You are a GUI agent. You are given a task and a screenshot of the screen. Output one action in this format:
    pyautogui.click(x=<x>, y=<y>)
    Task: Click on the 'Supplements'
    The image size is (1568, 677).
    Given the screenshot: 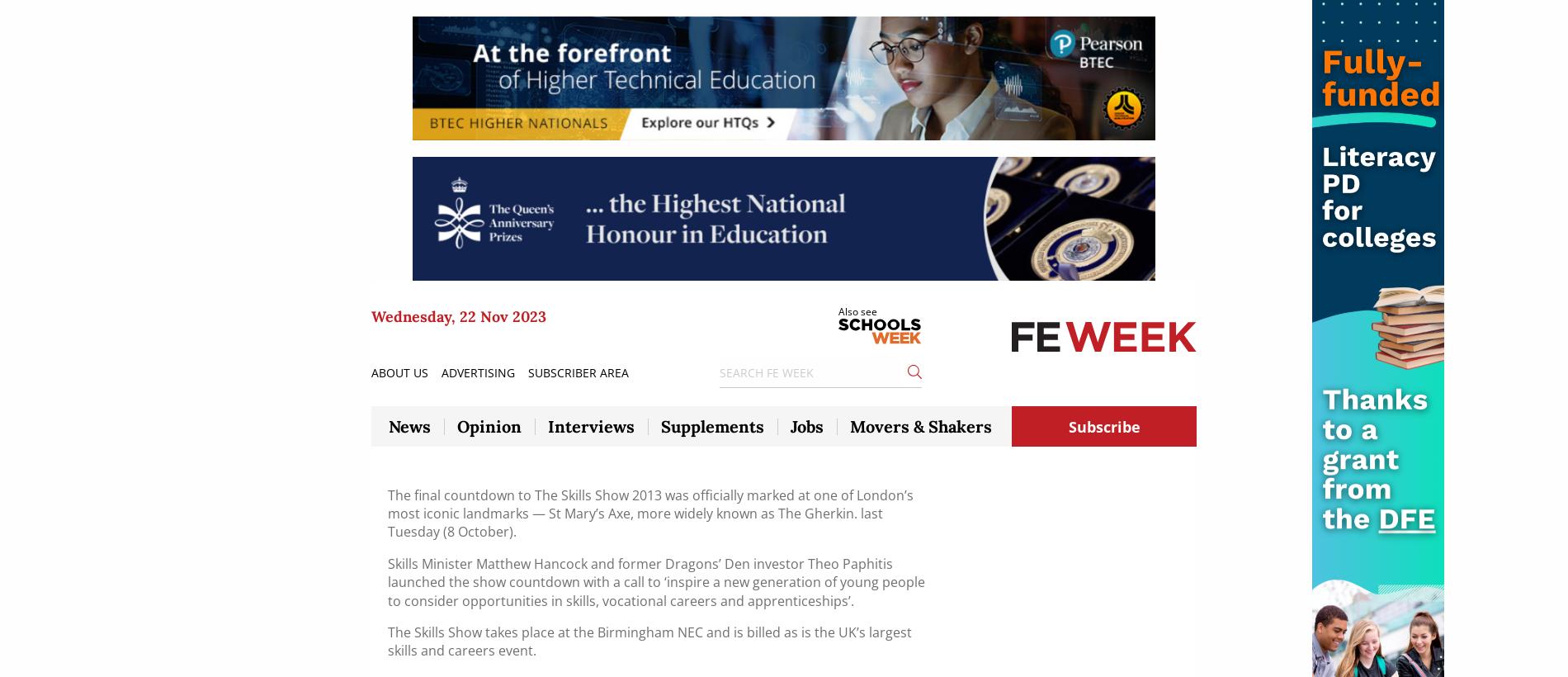 What is the action you would take?
    pyautogui.click(x=660, y=424)
    